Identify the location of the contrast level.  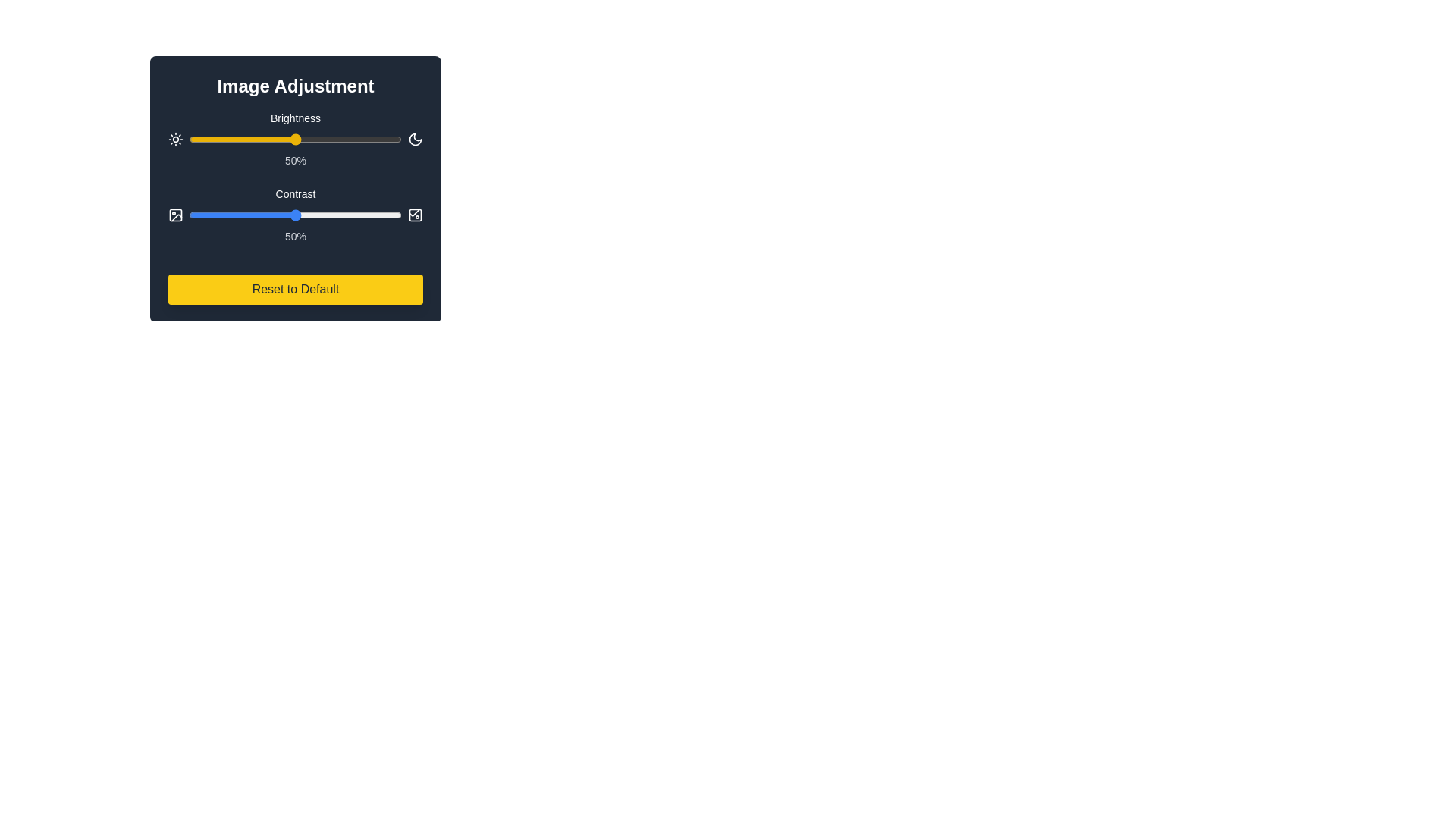
(322, 215).